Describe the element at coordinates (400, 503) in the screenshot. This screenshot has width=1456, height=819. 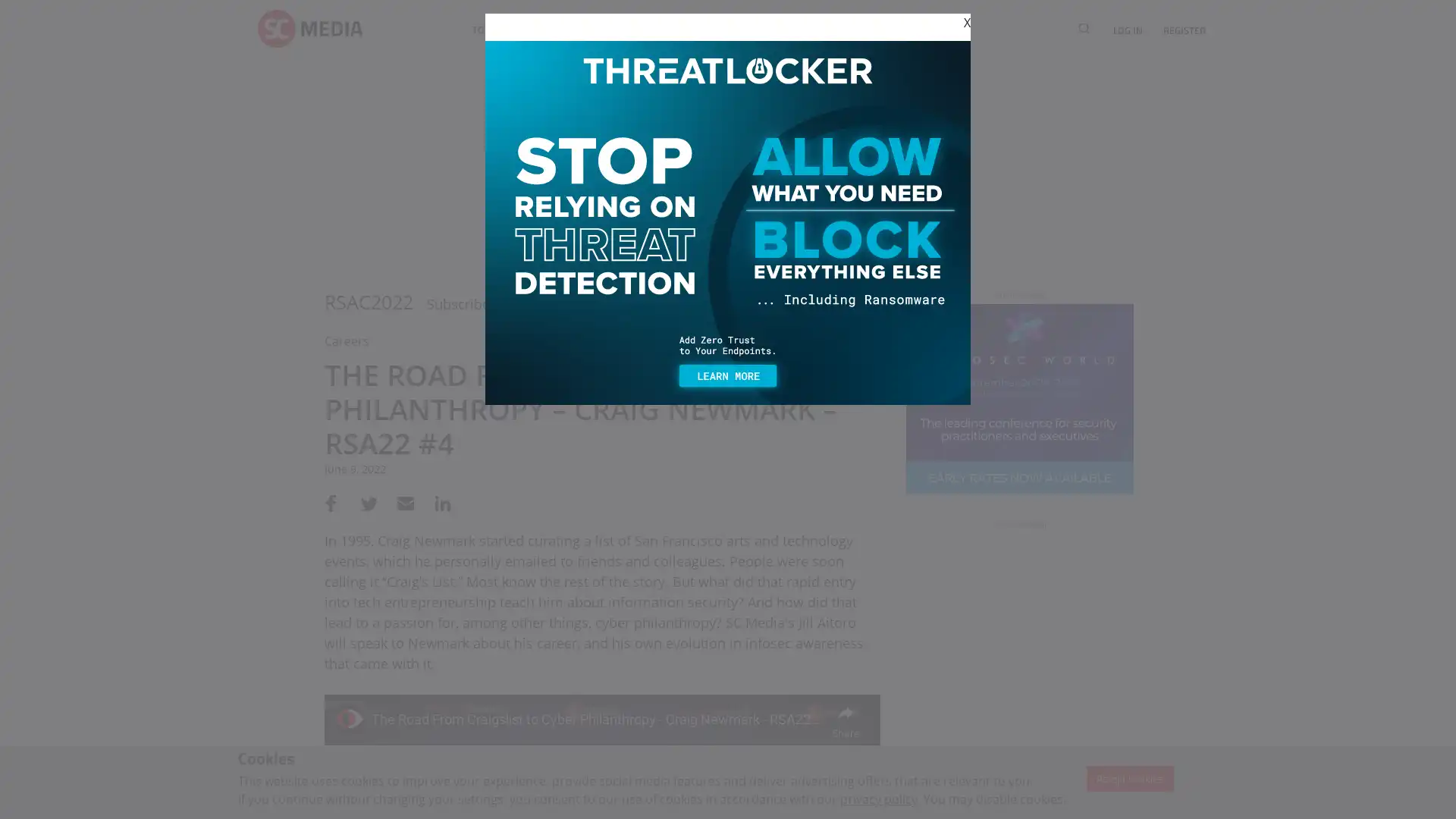
I see `Share to Email` at that location.